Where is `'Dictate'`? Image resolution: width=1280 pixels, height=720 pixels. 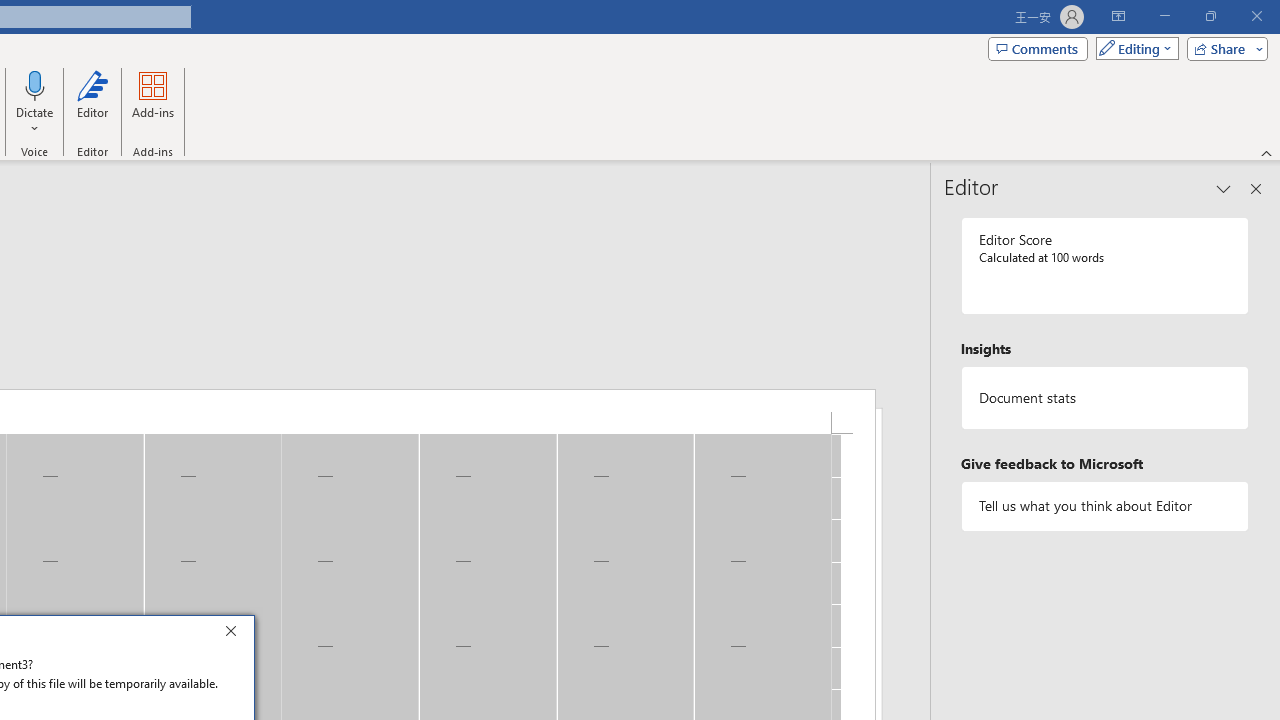 'Dictate' is located at coordinates (35, 103).